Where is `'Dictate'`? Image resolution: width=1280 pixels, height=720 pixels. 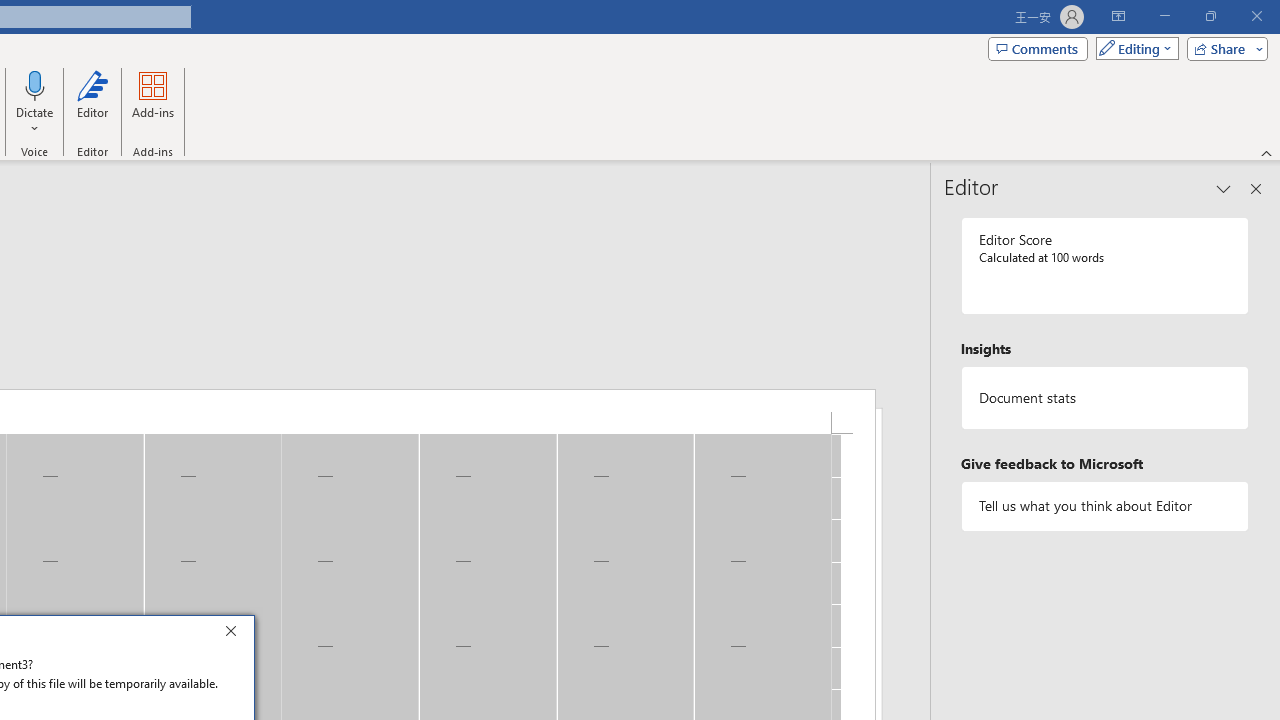 'Dictate' is located at coordinates (35, 103).